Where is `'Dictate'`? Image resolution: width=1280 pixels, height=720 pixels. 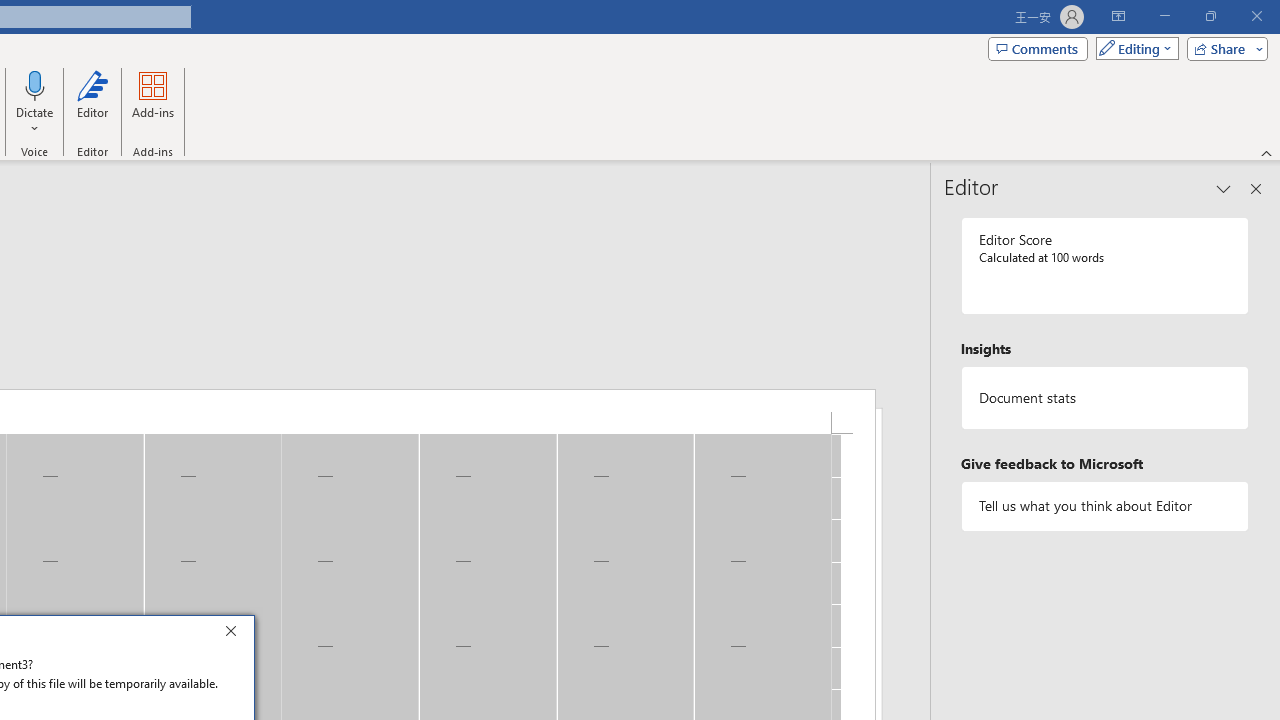 'Dictate' is located at coordinates (35, 103).